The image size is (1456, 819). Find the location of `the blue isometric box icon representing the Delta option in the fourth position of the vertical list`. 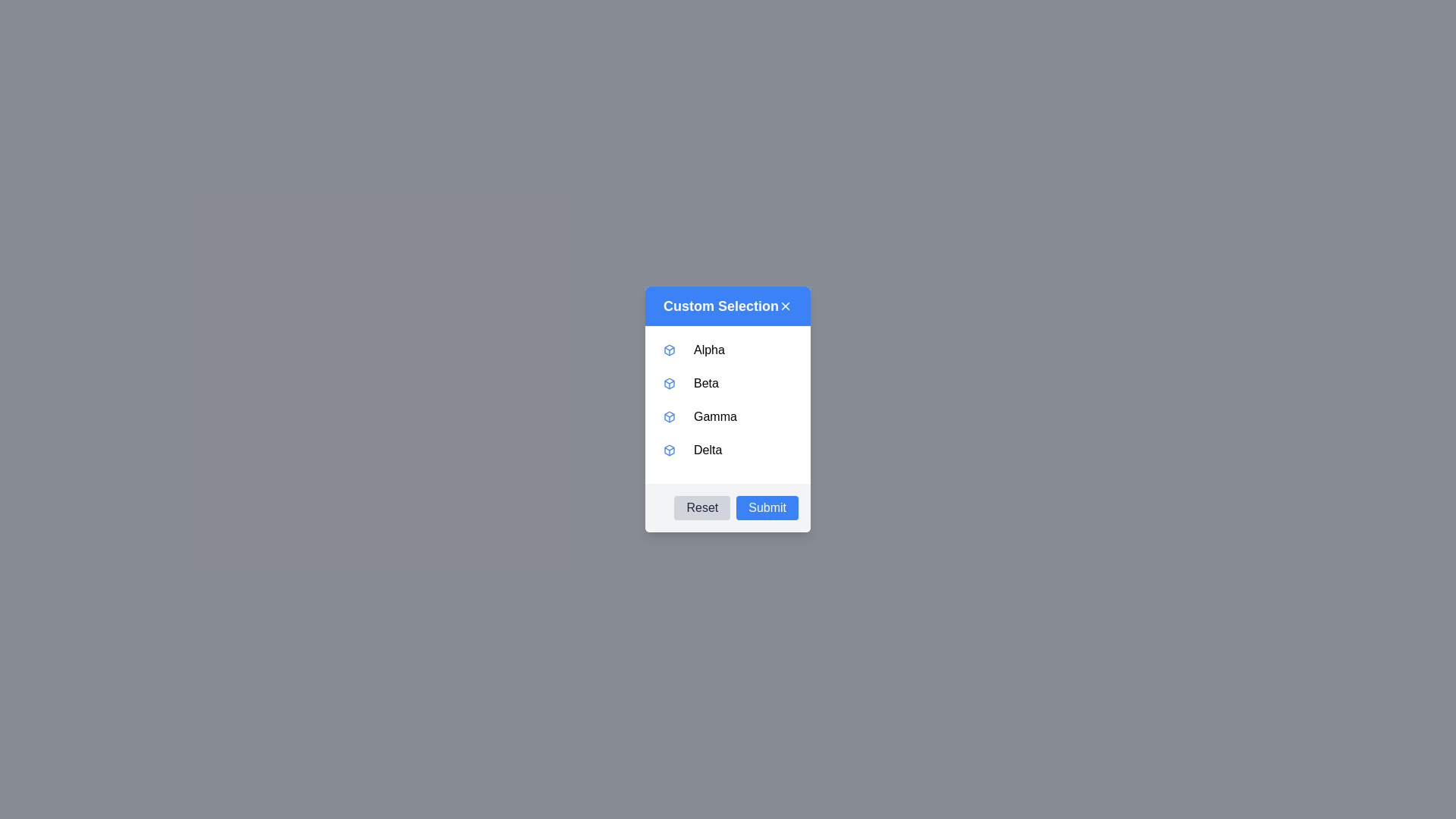

the blue isometric box icon representing the Delta option in the fourth position of the vertical list is located at coordinates (669, 450).